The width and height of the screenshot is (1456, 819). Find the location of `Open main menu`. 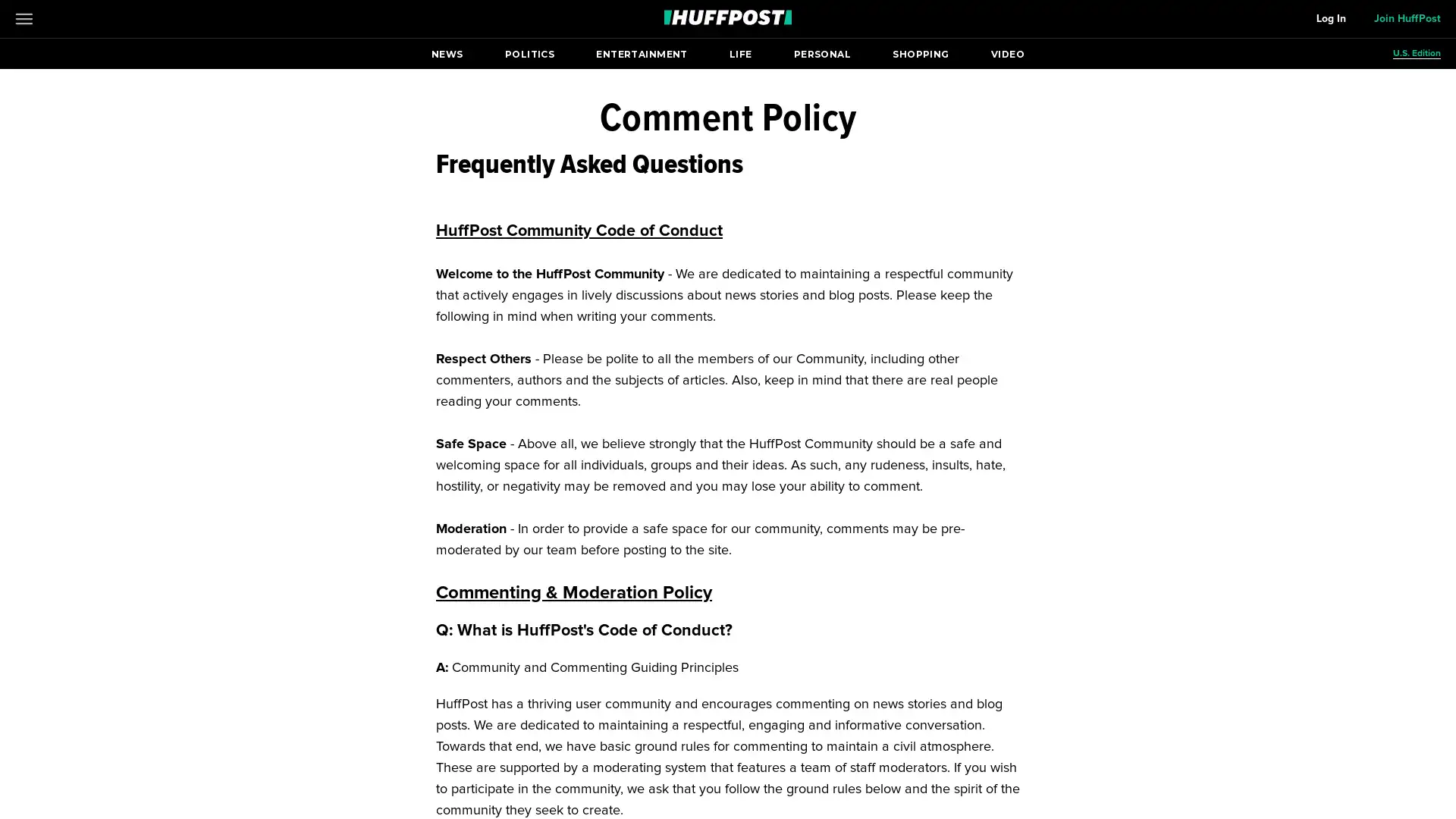

Open main menu is located at coordinates (24, 18).